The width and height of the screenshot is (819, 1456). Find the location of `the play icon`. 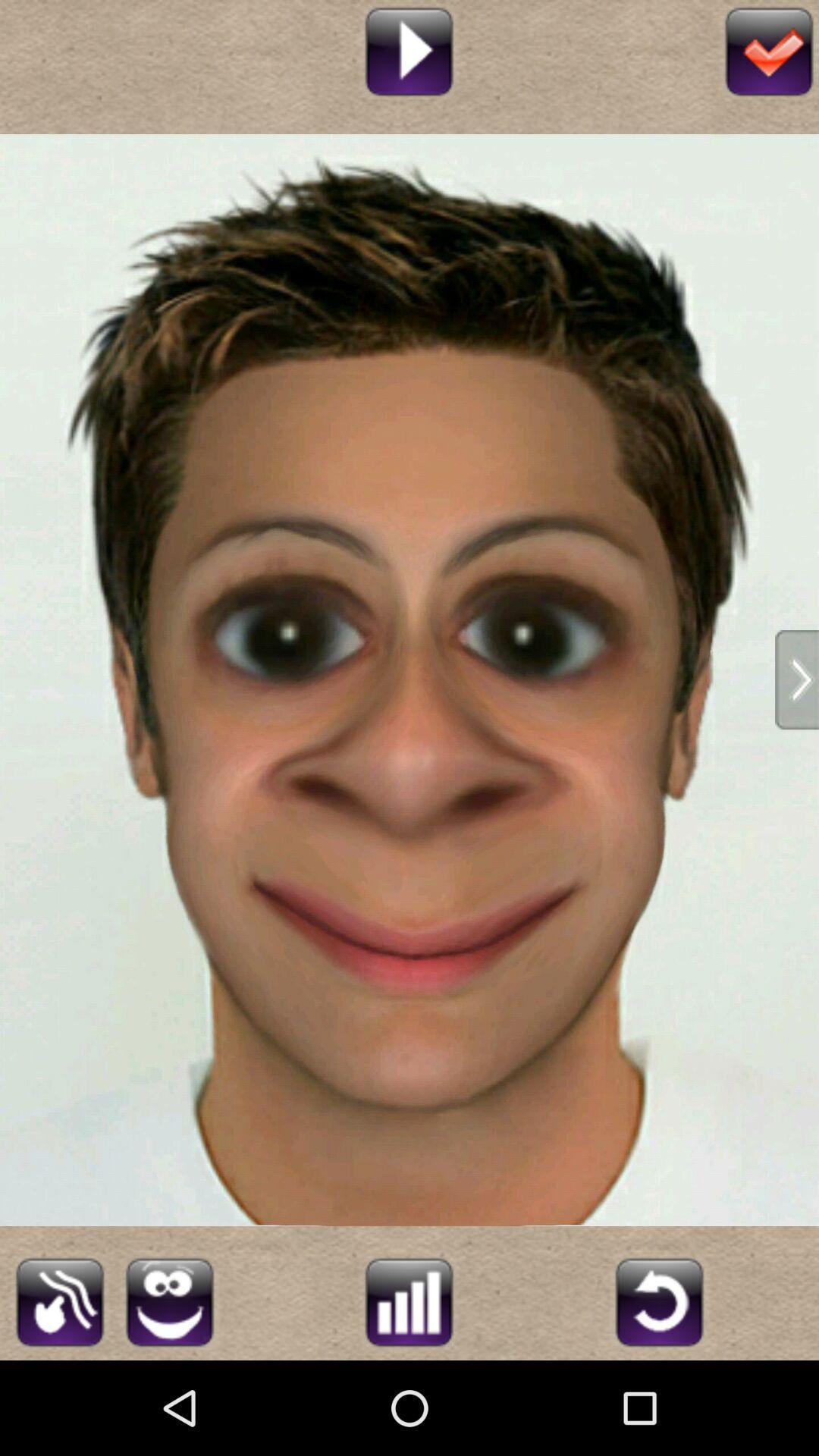

the play icon is located at coordinates (408, 53).